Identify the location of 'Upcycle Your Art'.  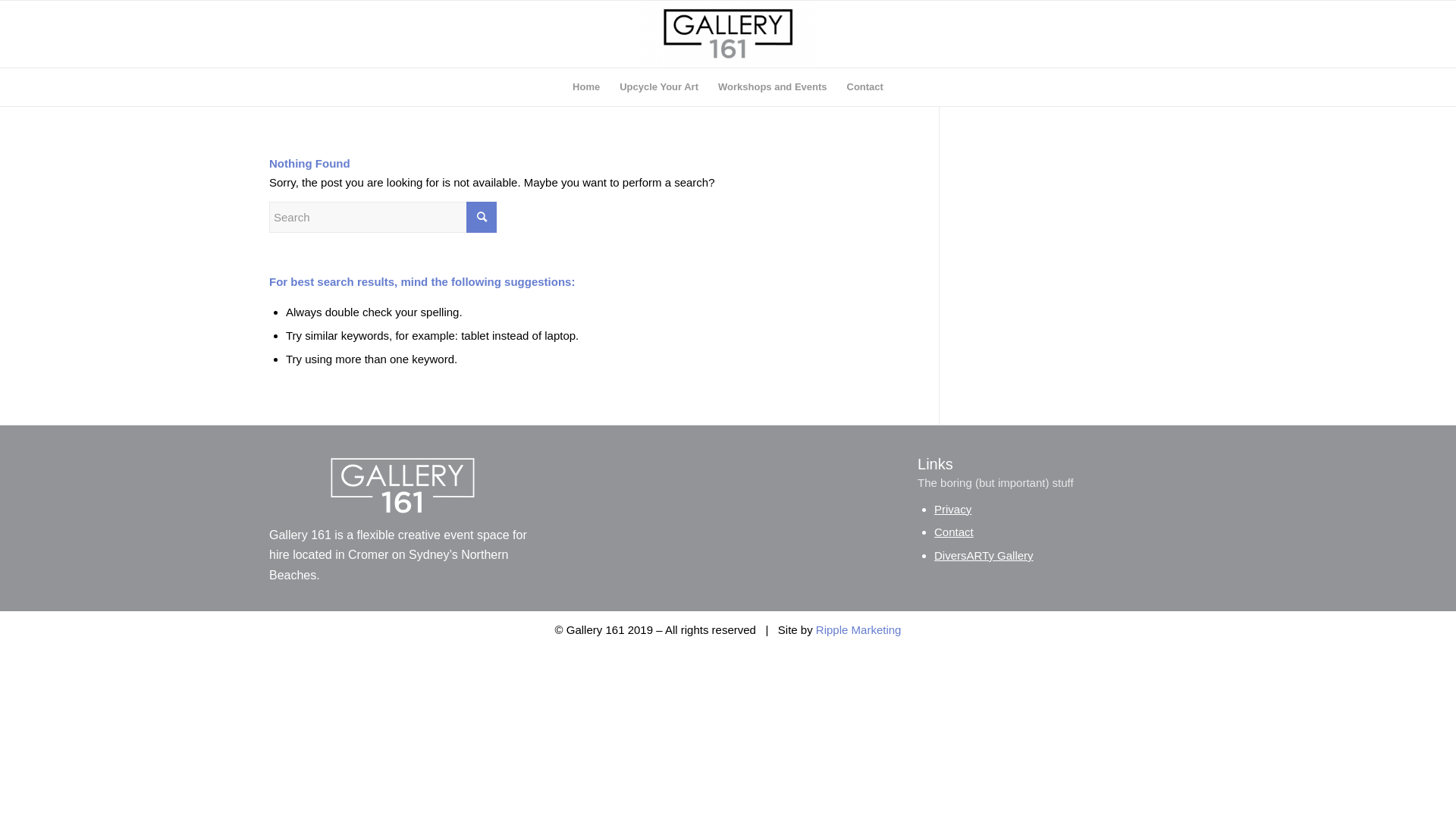
(658, 87).